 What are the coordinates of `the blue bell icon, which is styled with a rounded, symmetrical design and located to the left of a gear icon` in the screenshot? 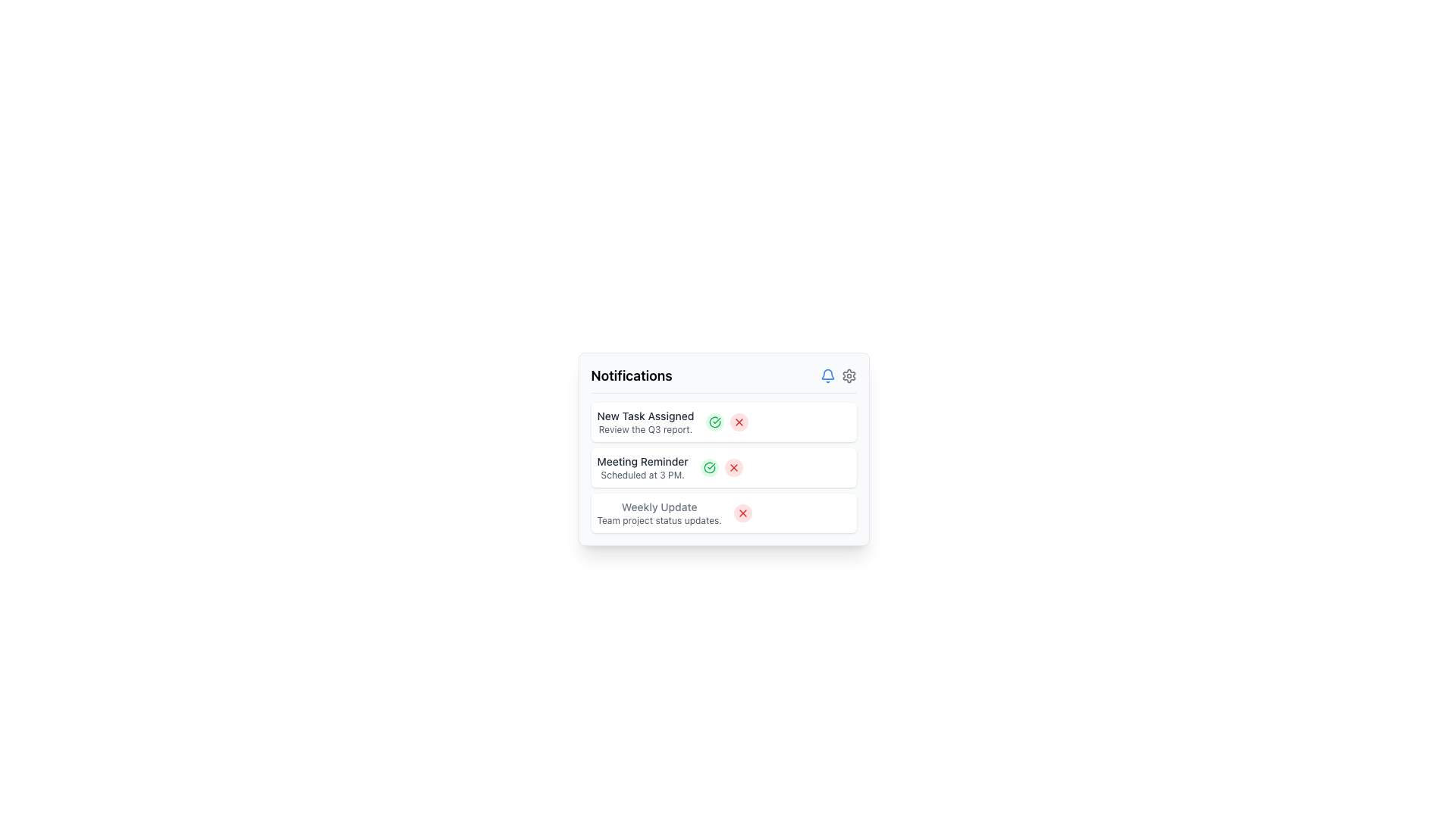 It's located at (827, 375).